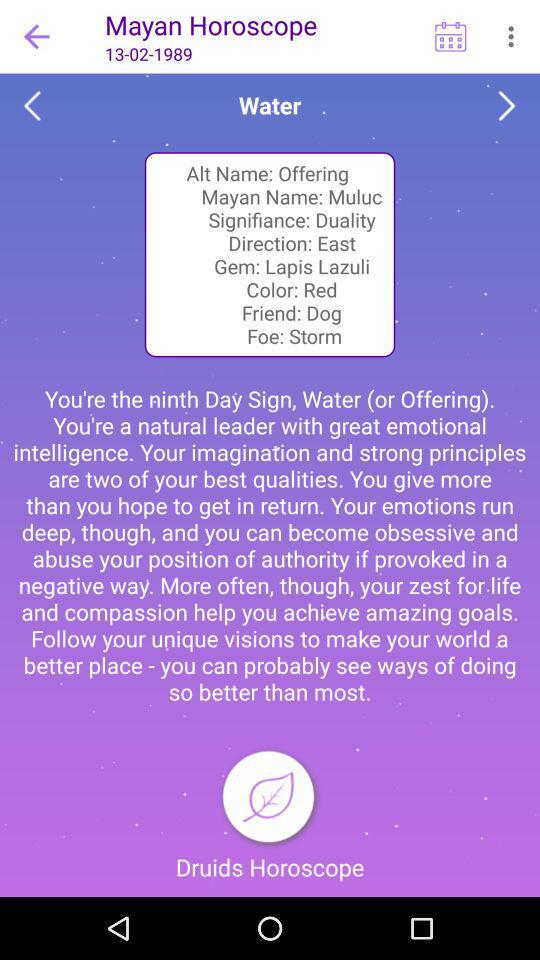 The image size is (540, 960). I want to click on the arrow_forward icon, so click(507, 106).